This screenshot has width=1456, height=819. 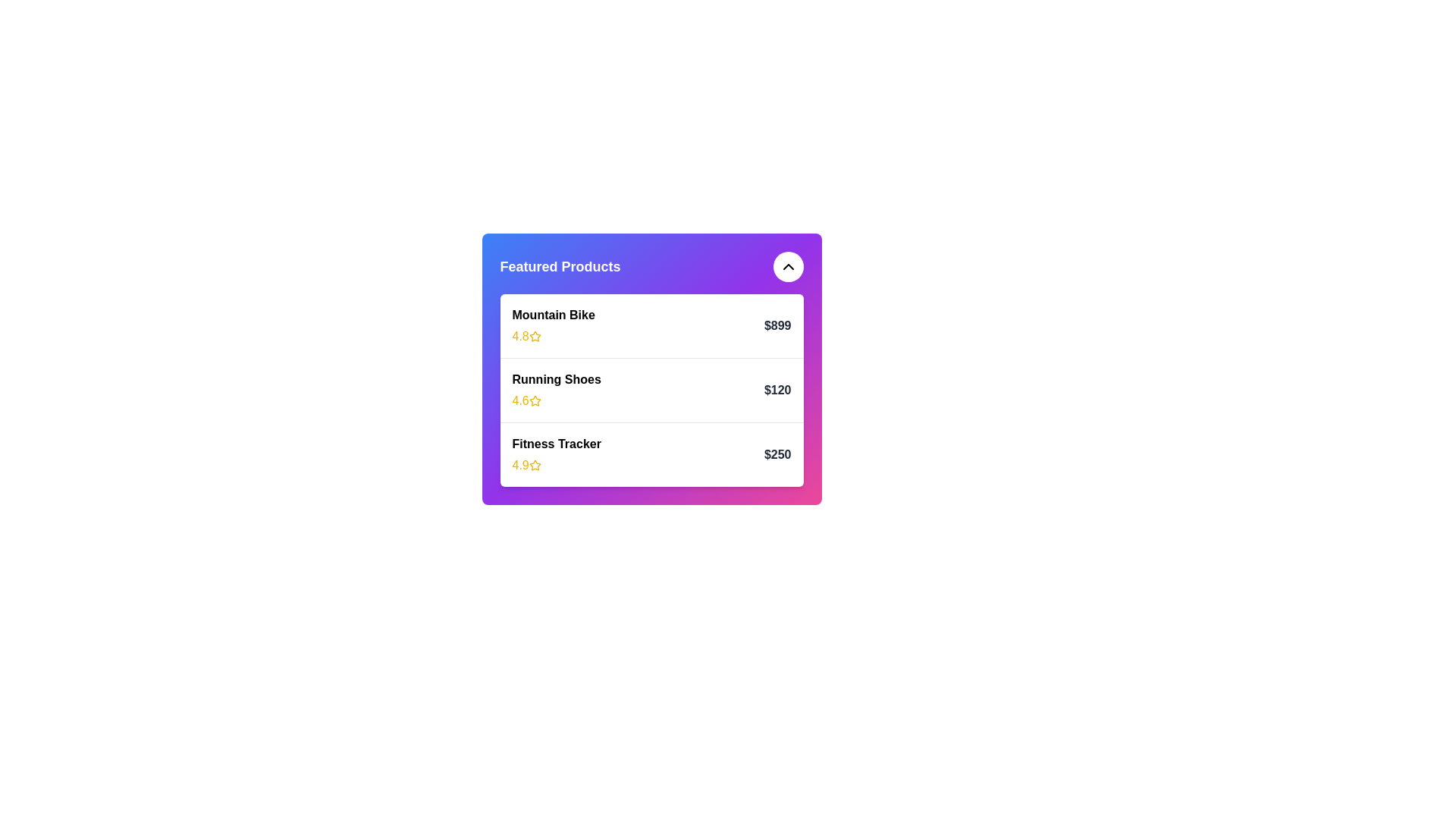 I want to click on the hollow star icon with a gold-yellow stroke that corresponds to the rating score of 4.6 for the 'Running Shoes' product, so click(x=535, y=400).